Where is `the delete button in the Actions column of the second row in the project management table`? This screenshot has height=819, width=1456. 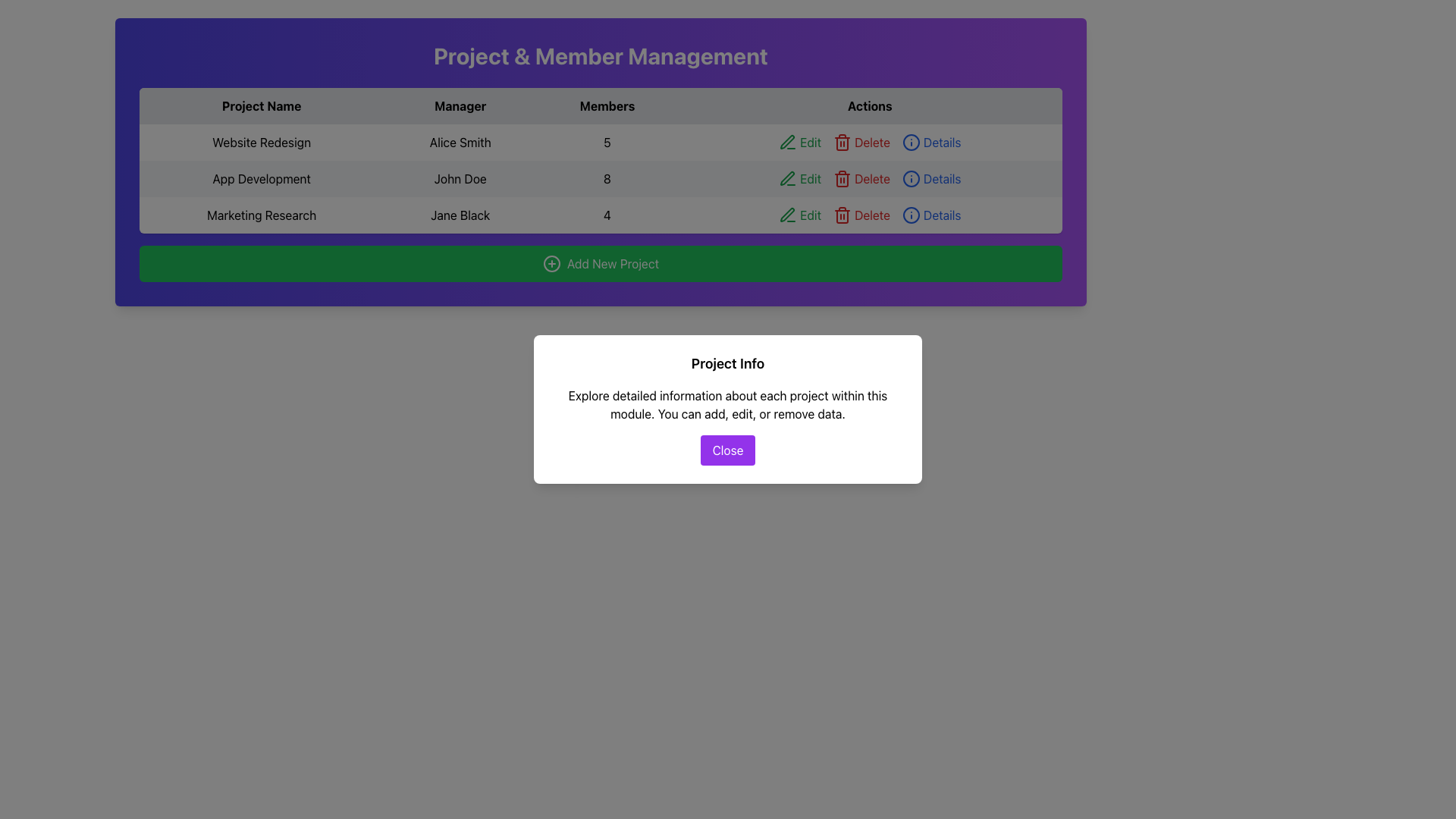
the delete button in the Actions column of the second row in the project management table is located at coordinates (861, 177).